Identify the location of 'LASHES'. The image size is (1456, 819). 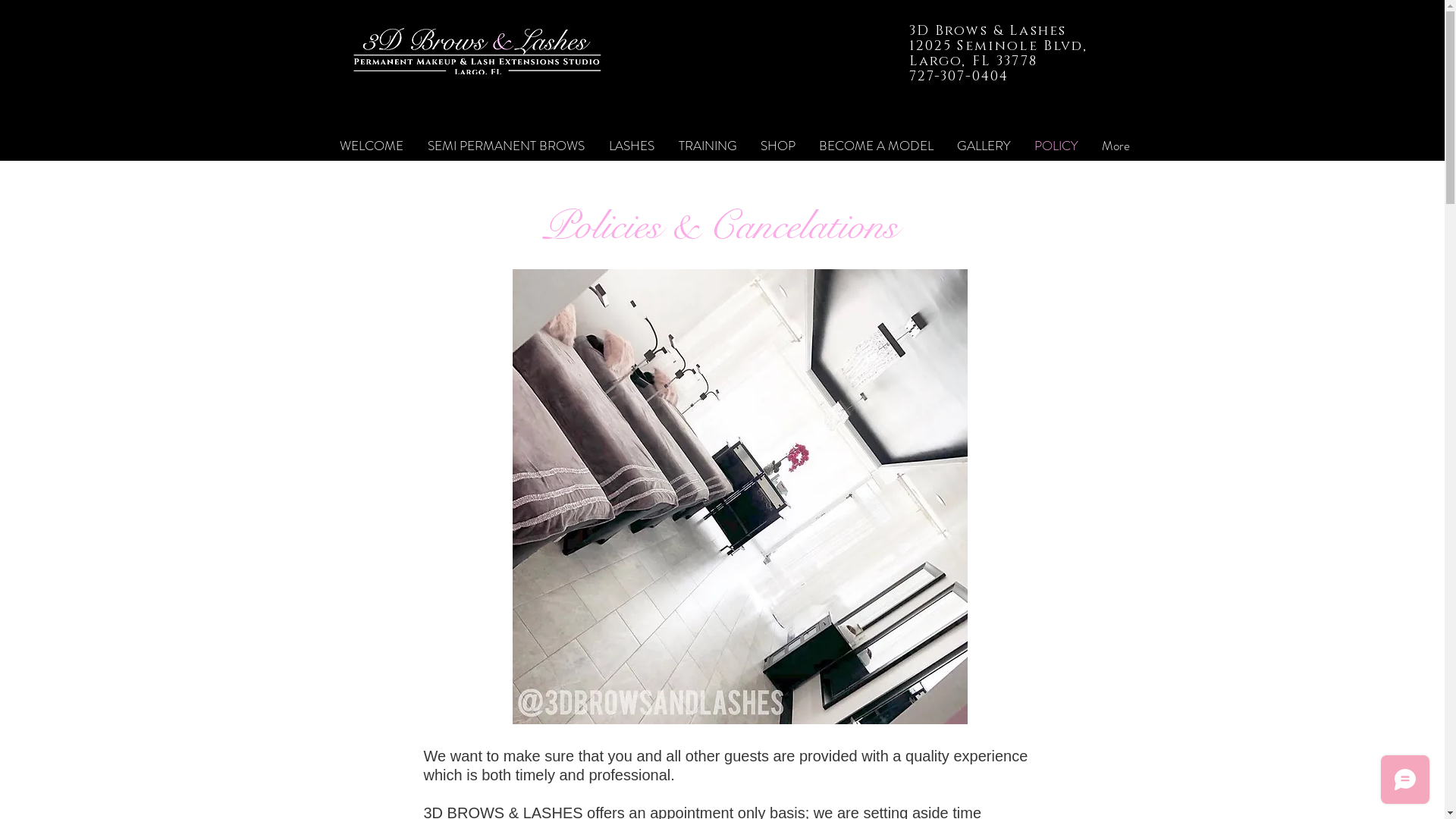
(630, 146).